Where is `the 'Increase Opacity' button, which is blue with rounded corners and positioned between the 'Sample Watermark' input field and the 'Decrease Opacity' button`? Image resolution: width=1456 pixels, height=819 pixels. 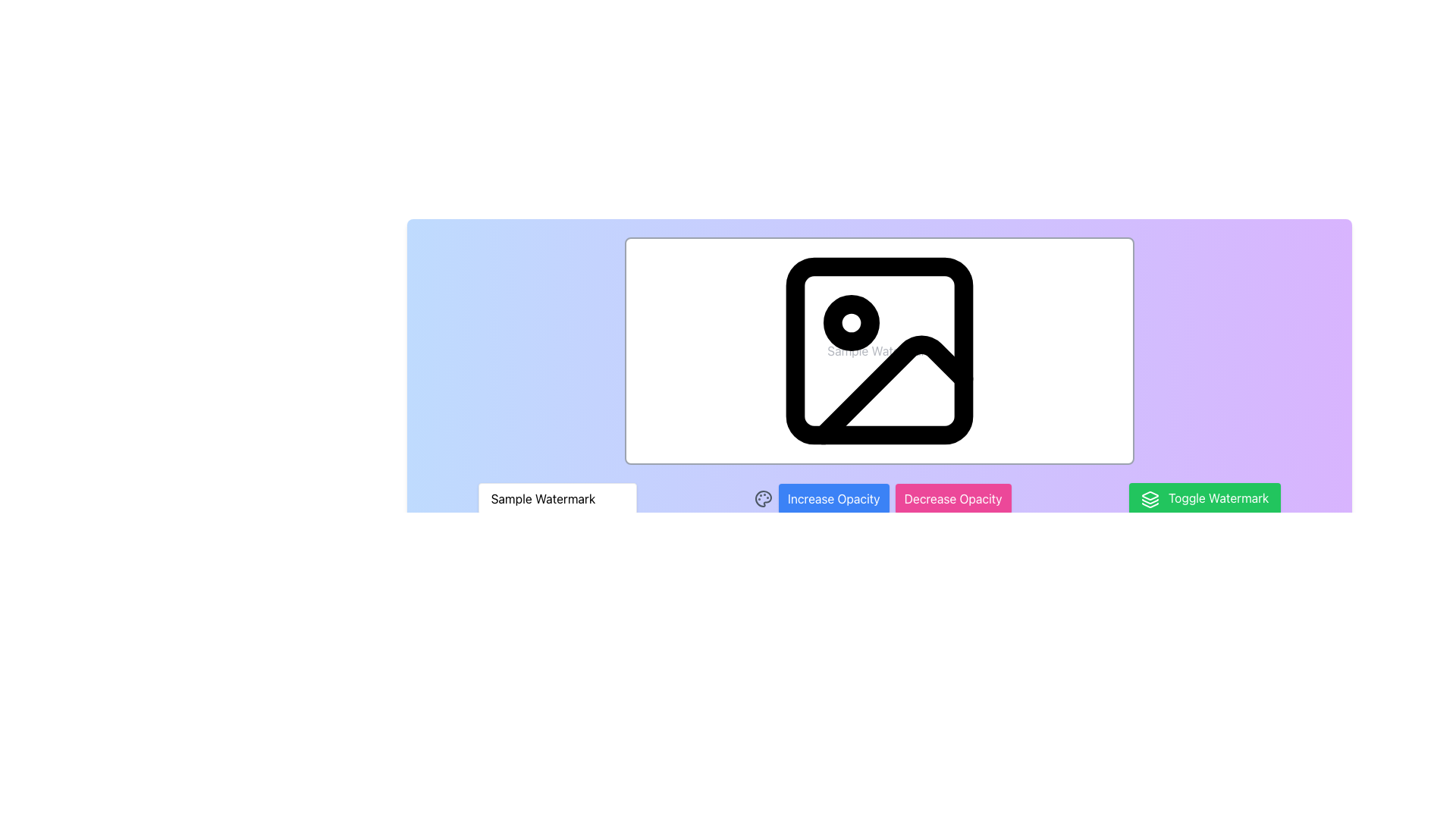
the 'Increase Opacity' button, which is blue with rounded corners and positioned between the 'Sample Watermark' input field and the 'Decrease Opacity' button is located at coordinates (880, 499).